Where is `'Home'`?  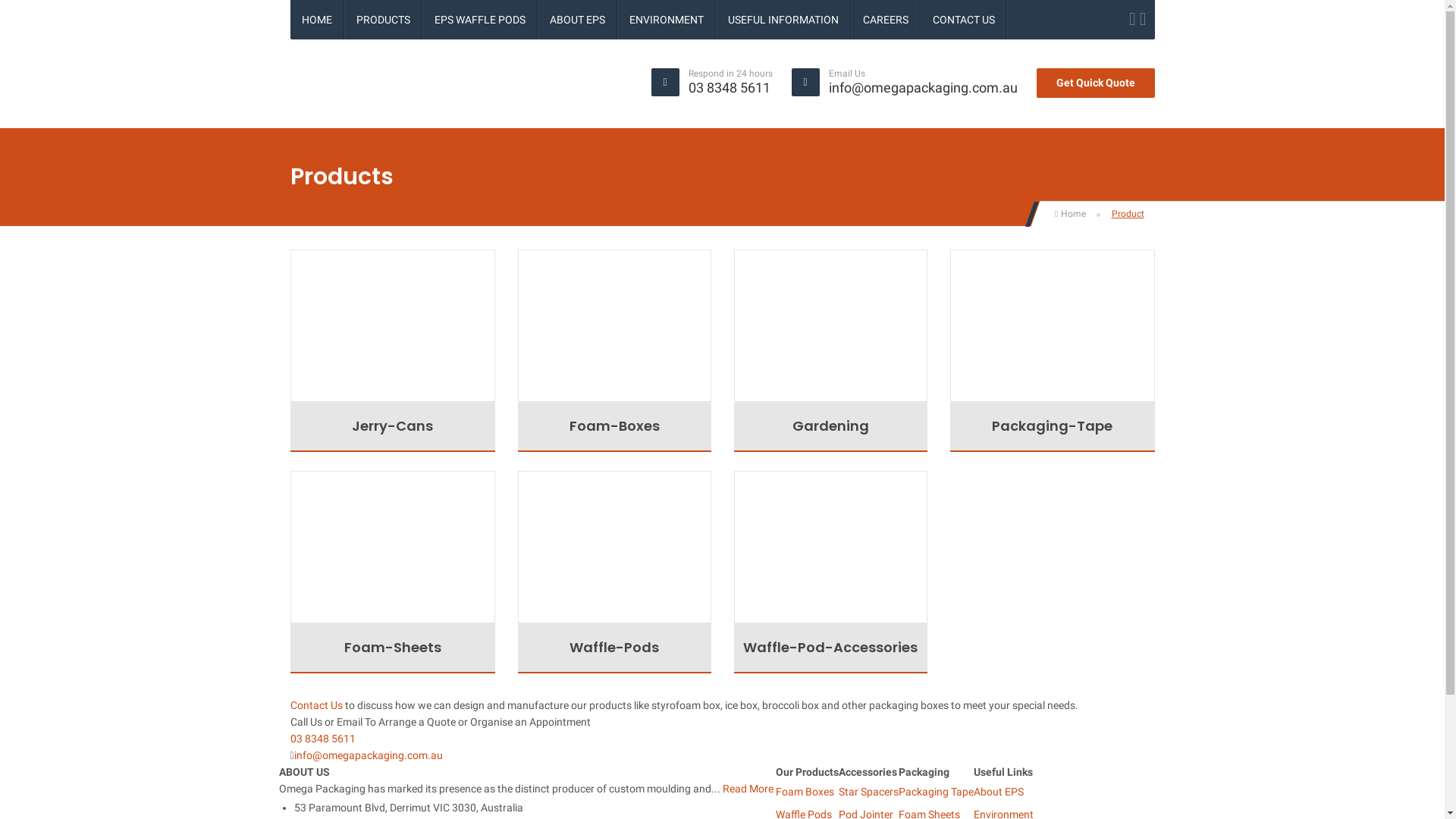
'Home' is located at coordinates (1069, 213).